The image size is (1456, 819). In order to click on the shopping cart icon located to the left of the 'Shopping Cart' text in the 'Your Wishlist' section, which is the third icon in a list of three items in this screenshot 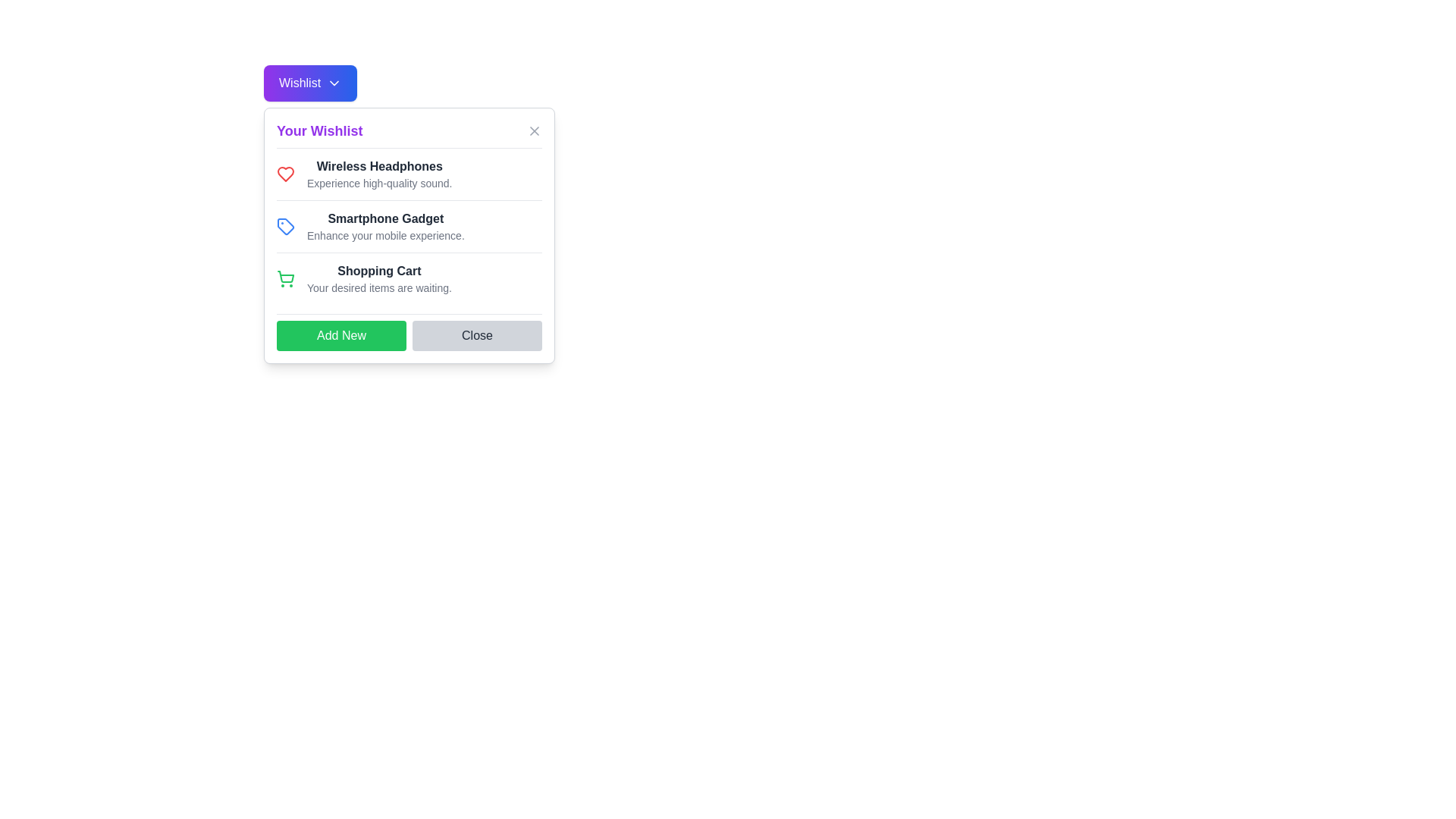, I will do `click(286, 278)`.